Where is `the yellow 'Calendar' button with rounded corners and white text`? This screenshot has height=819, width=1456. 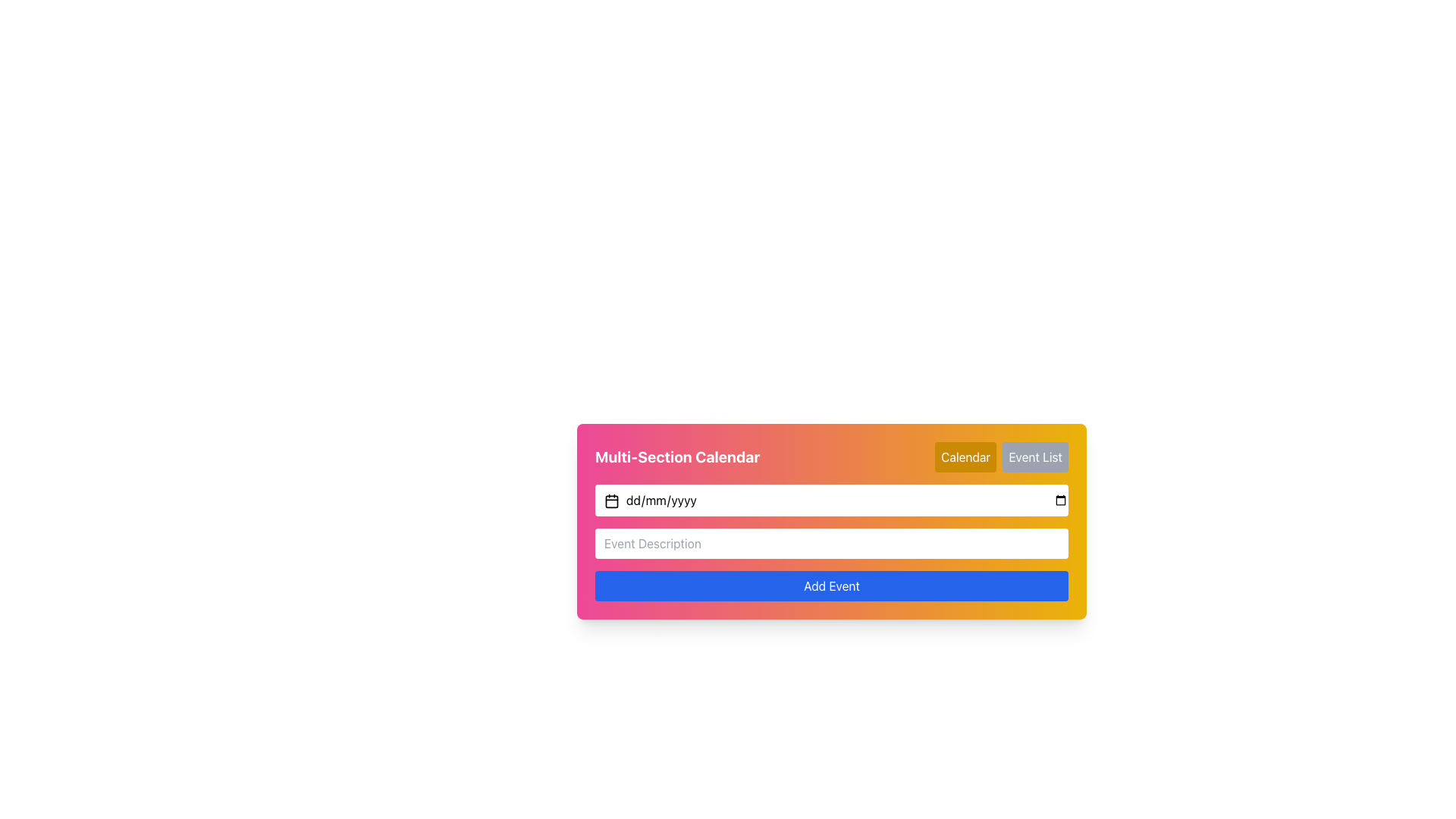 the yellow 'Calendar' button with rounded corners and white text is located at coordinates (965, 456).